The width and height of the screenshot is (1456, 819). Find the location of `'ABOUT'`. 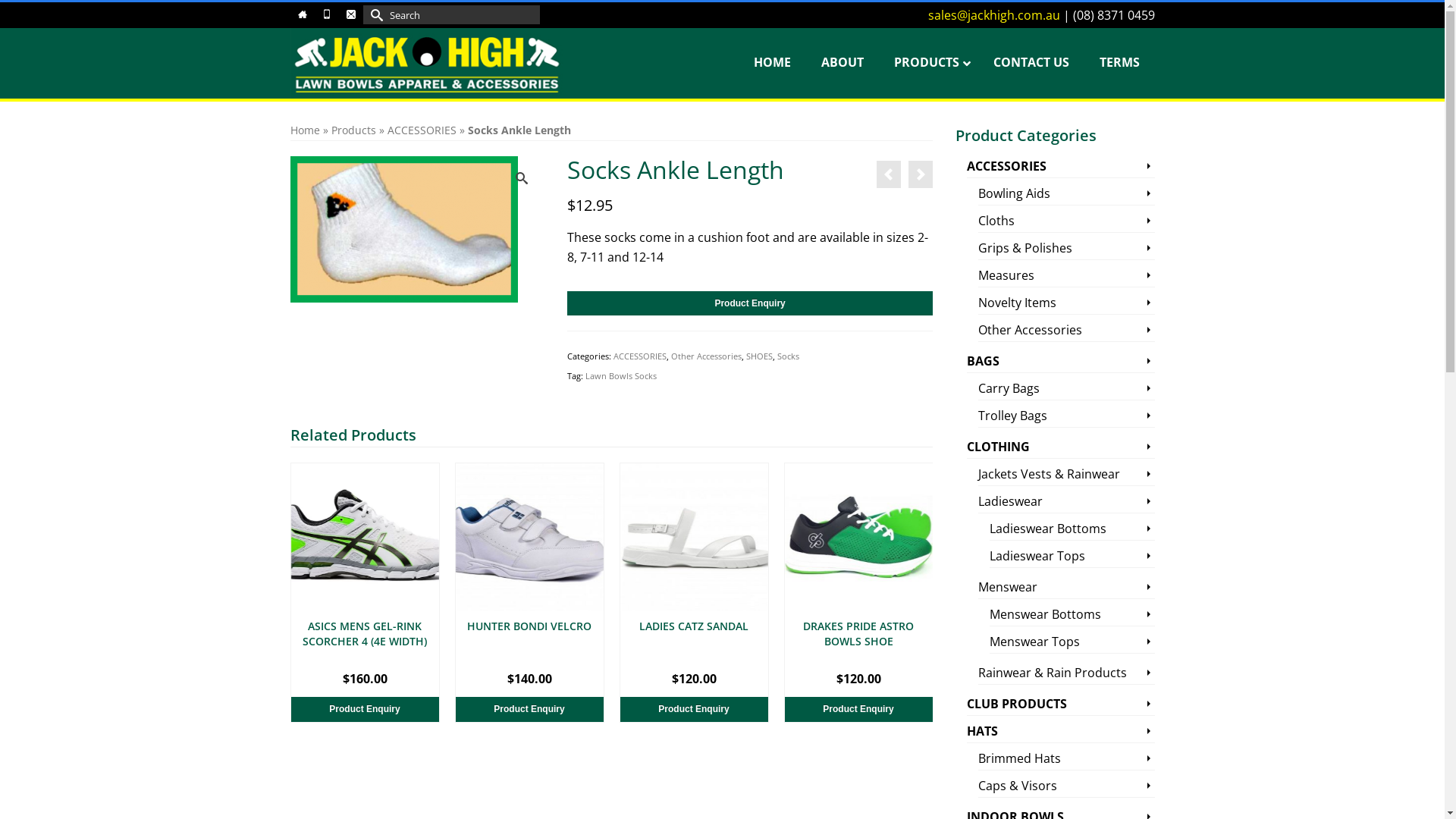

'ABOUT' is located at coordinates (804, 61).